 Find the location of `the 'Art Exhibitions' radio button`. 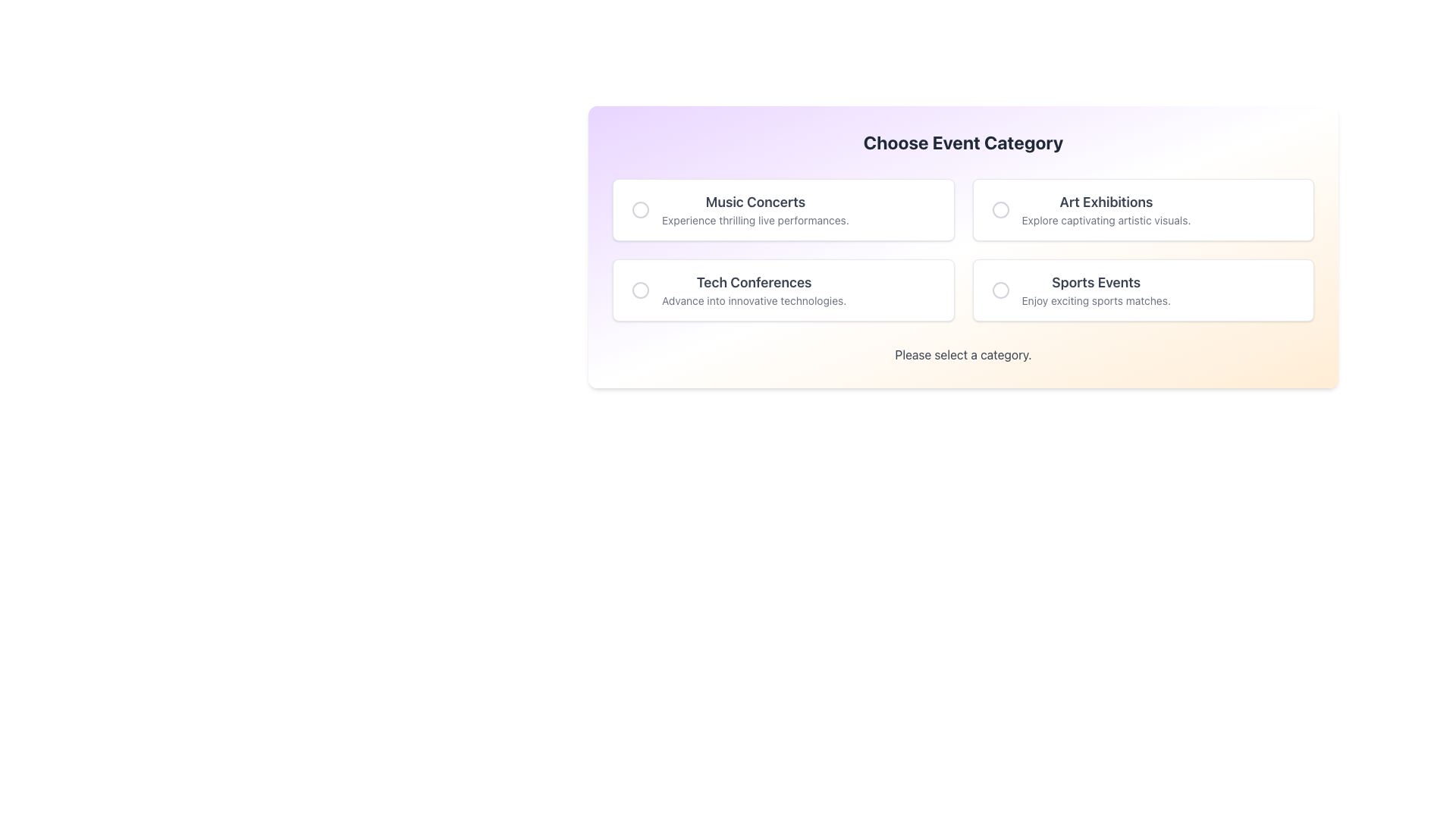

the 'Art Exhibitions' radio button is located at coordinates (1143, 210).